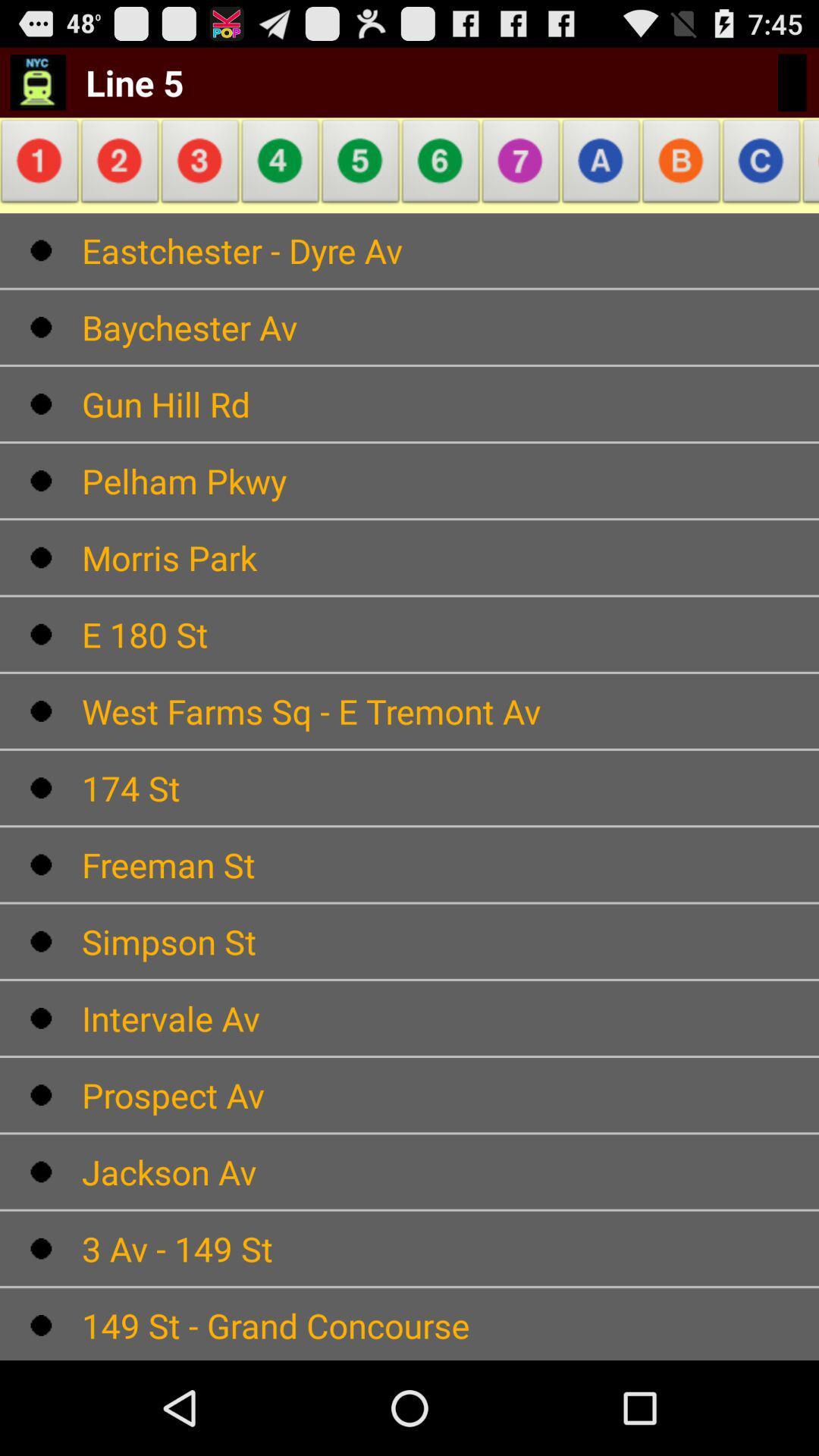 This screenshot has width=819, height=1456. Describe the element at coordinates (441, 165) in the screenshot. I see `icon above eastchester - dyre av icon` at that location.